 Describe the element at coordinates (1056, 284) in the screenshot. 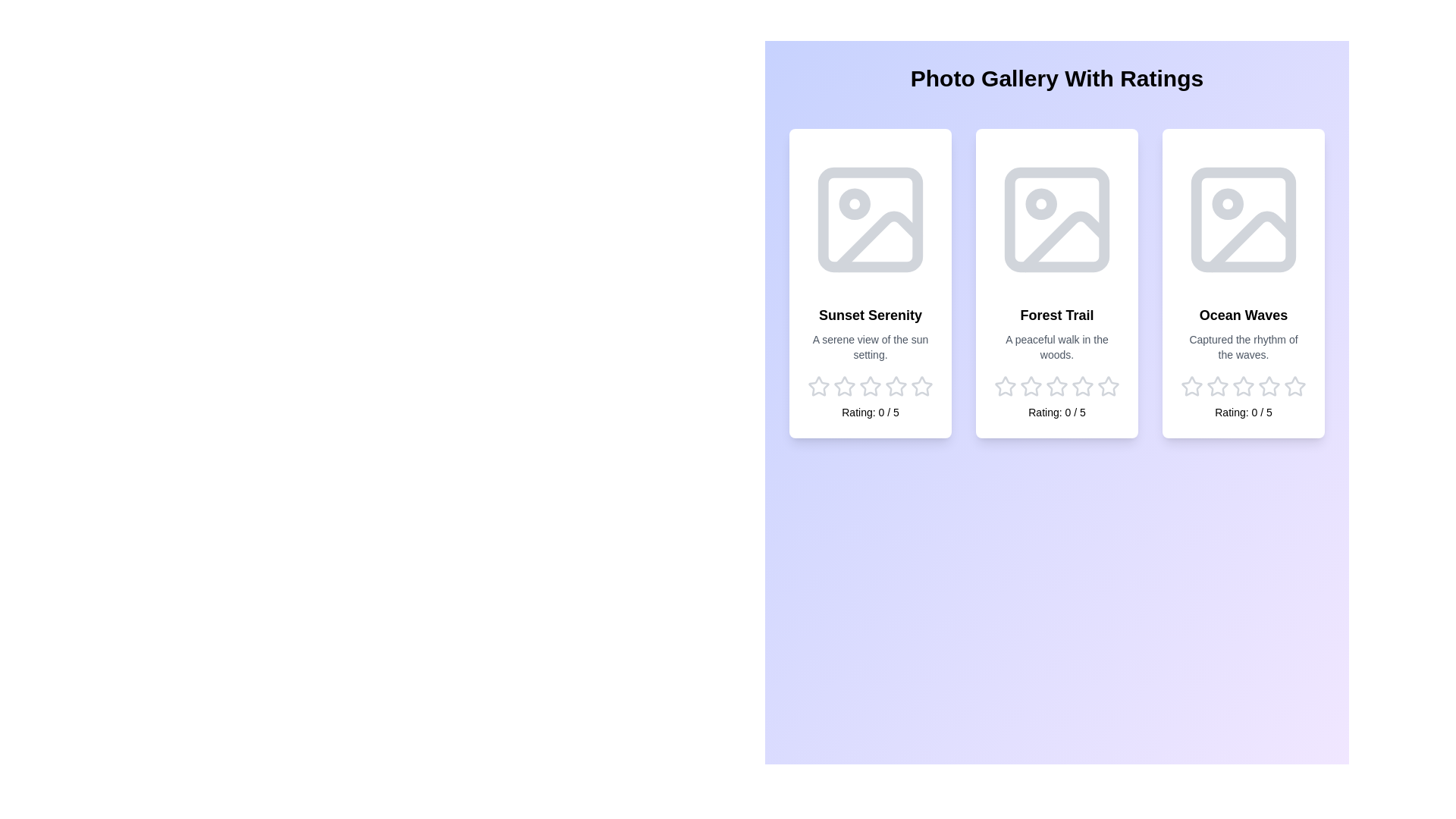

I see `the image card for Forest Trail` at that location.